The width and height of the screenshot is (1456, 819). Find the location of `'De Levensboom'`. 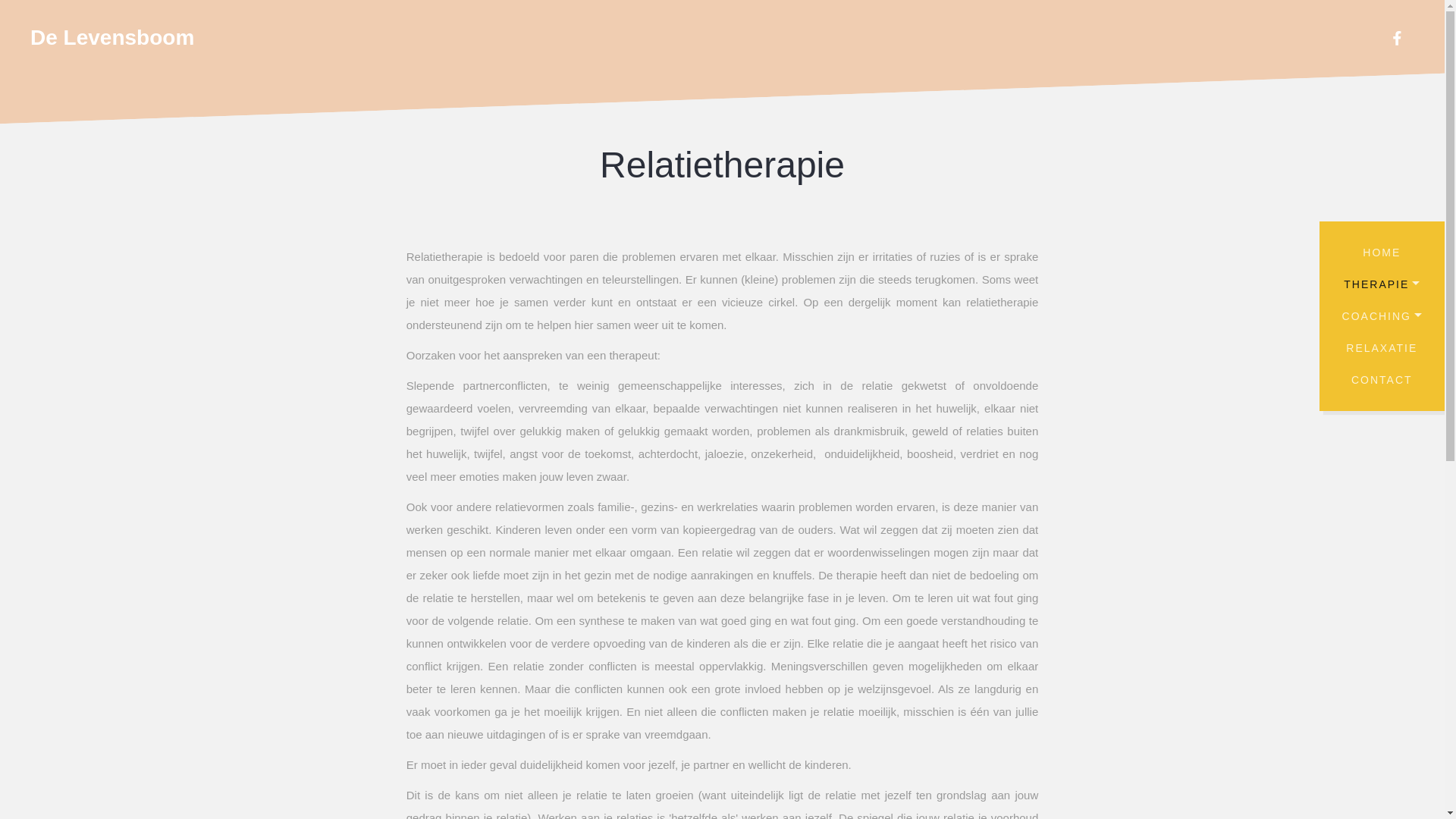

'De Levensboom' is located at coordinates (30, 36).